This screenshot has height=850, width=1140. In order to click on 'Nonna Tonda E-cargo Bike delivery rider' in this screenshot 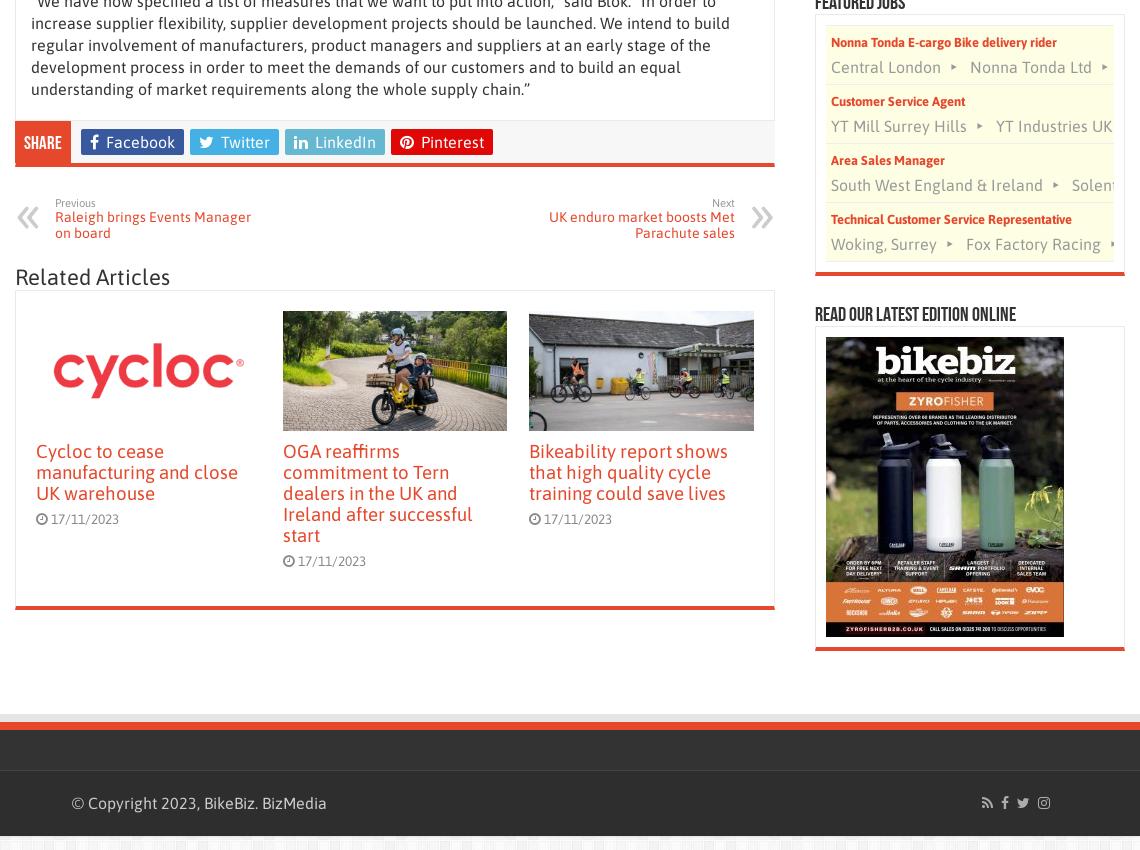, I will do `click(829, 41)`.